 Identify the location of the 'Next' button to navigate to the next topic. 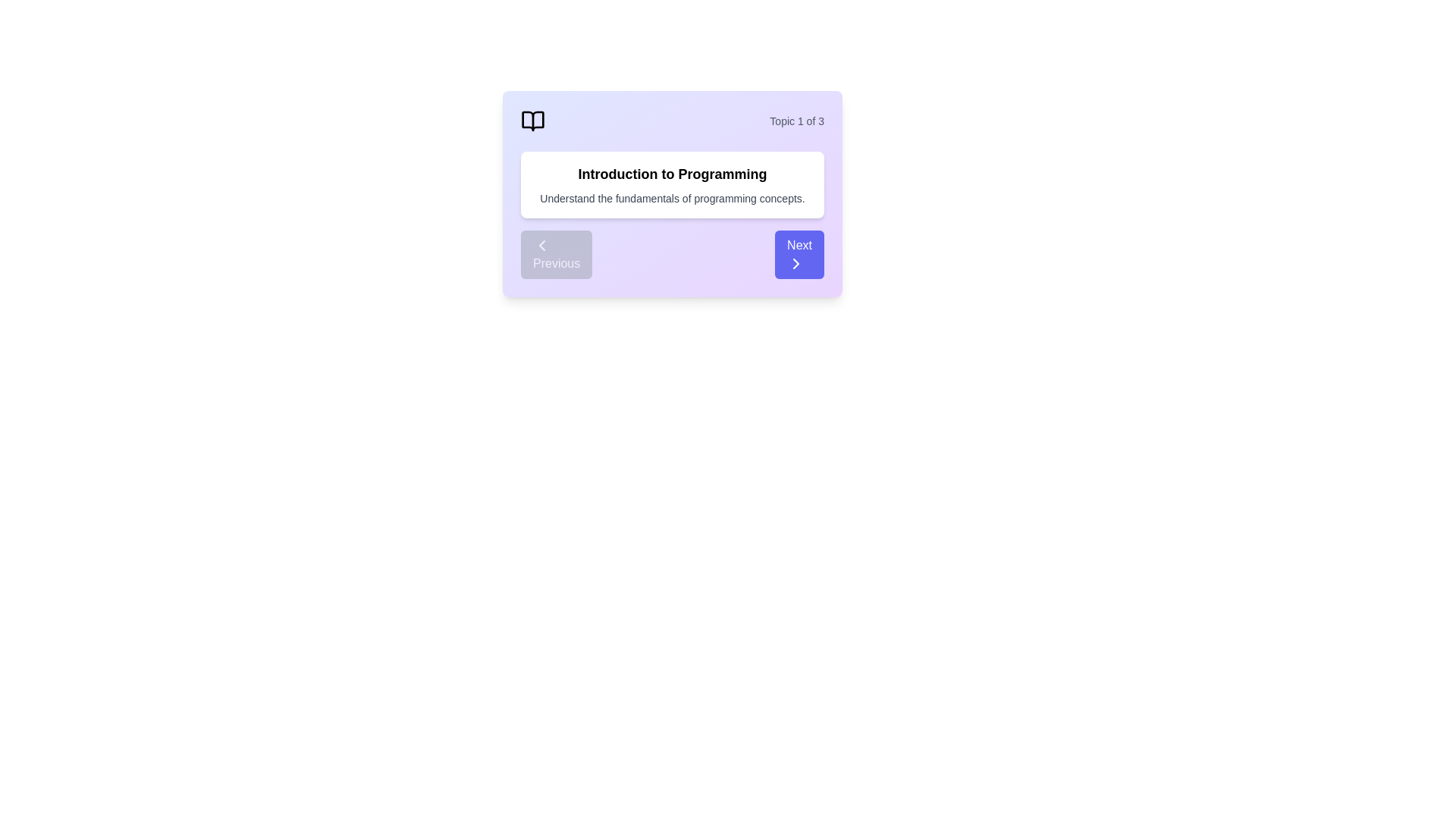
(799, 253).